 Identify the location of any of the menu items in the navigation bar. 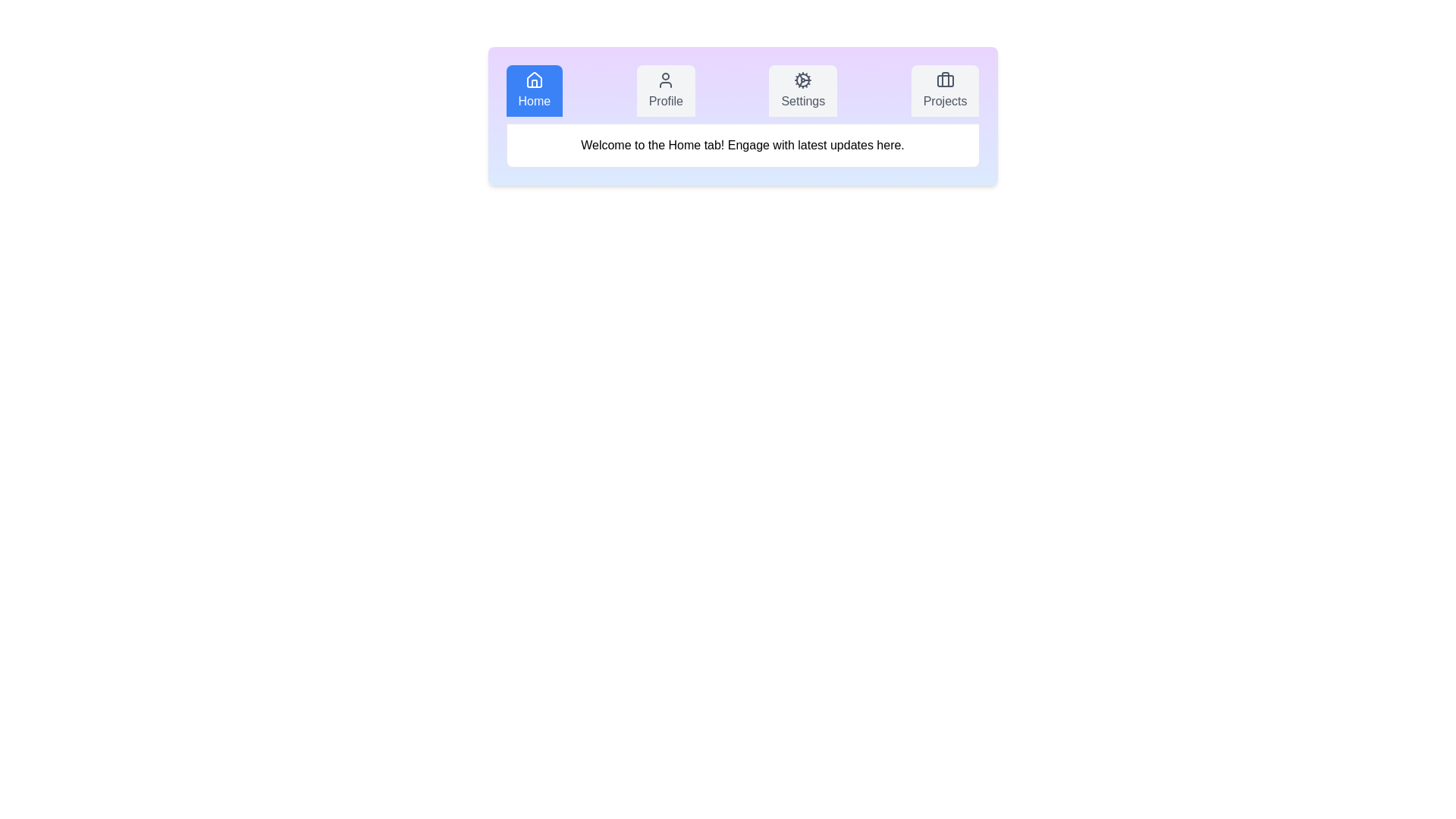
(742, 94).